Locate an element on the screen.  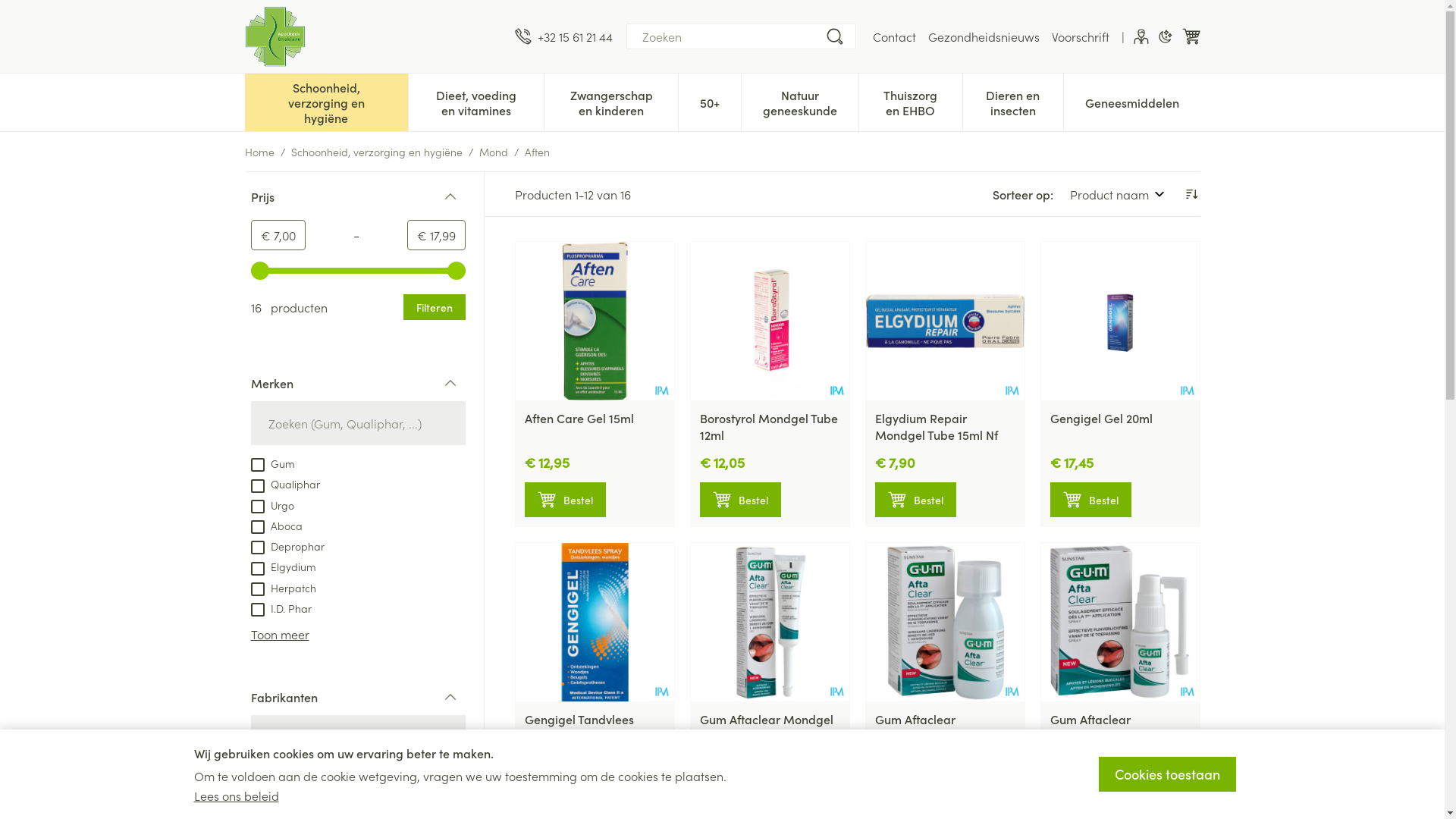
'Natuur geneeskunde' is located at coordinates (742, 100).